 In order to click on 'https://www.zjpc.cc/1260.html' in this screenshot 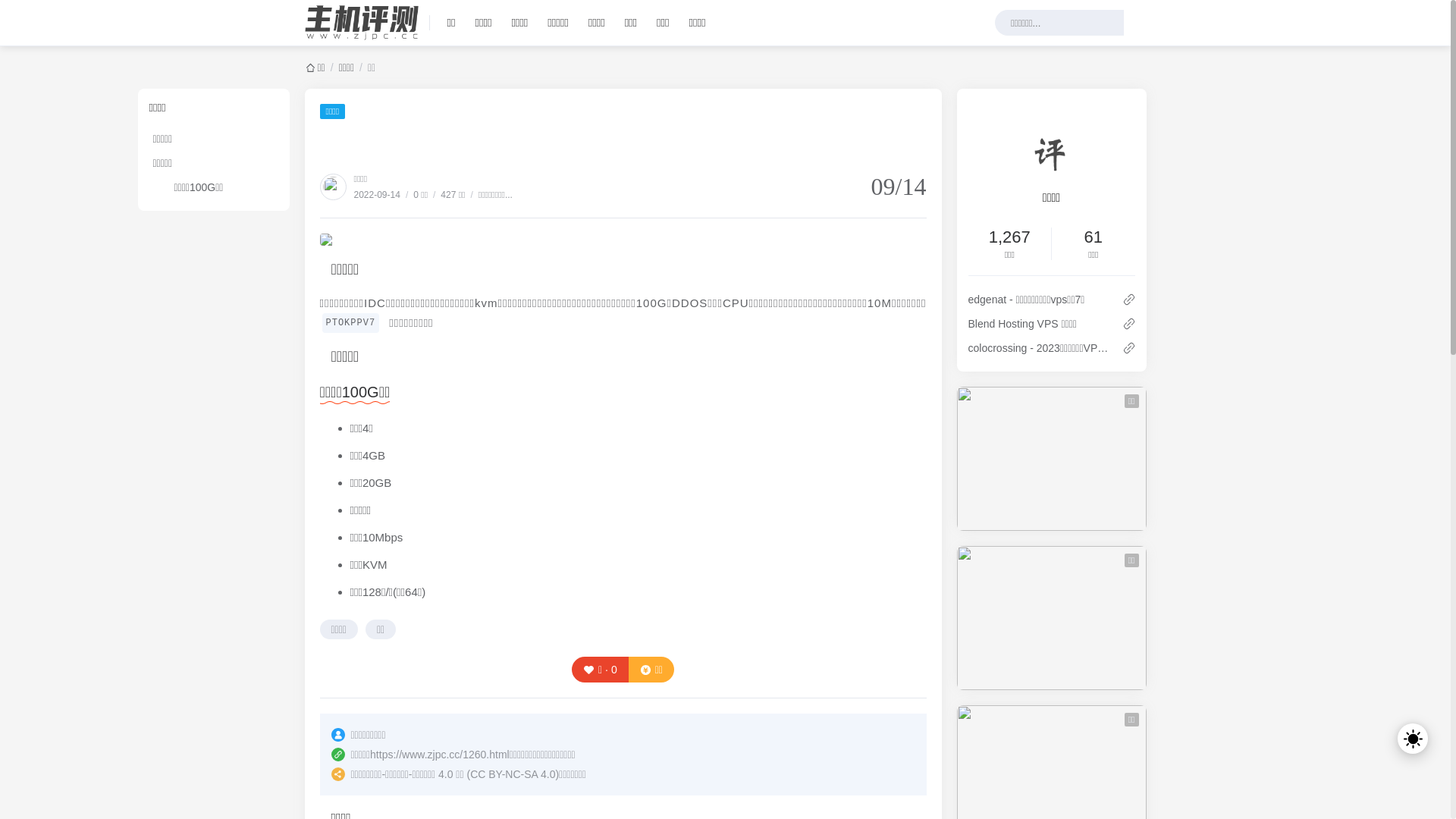, I will do `click(439, 755)`.